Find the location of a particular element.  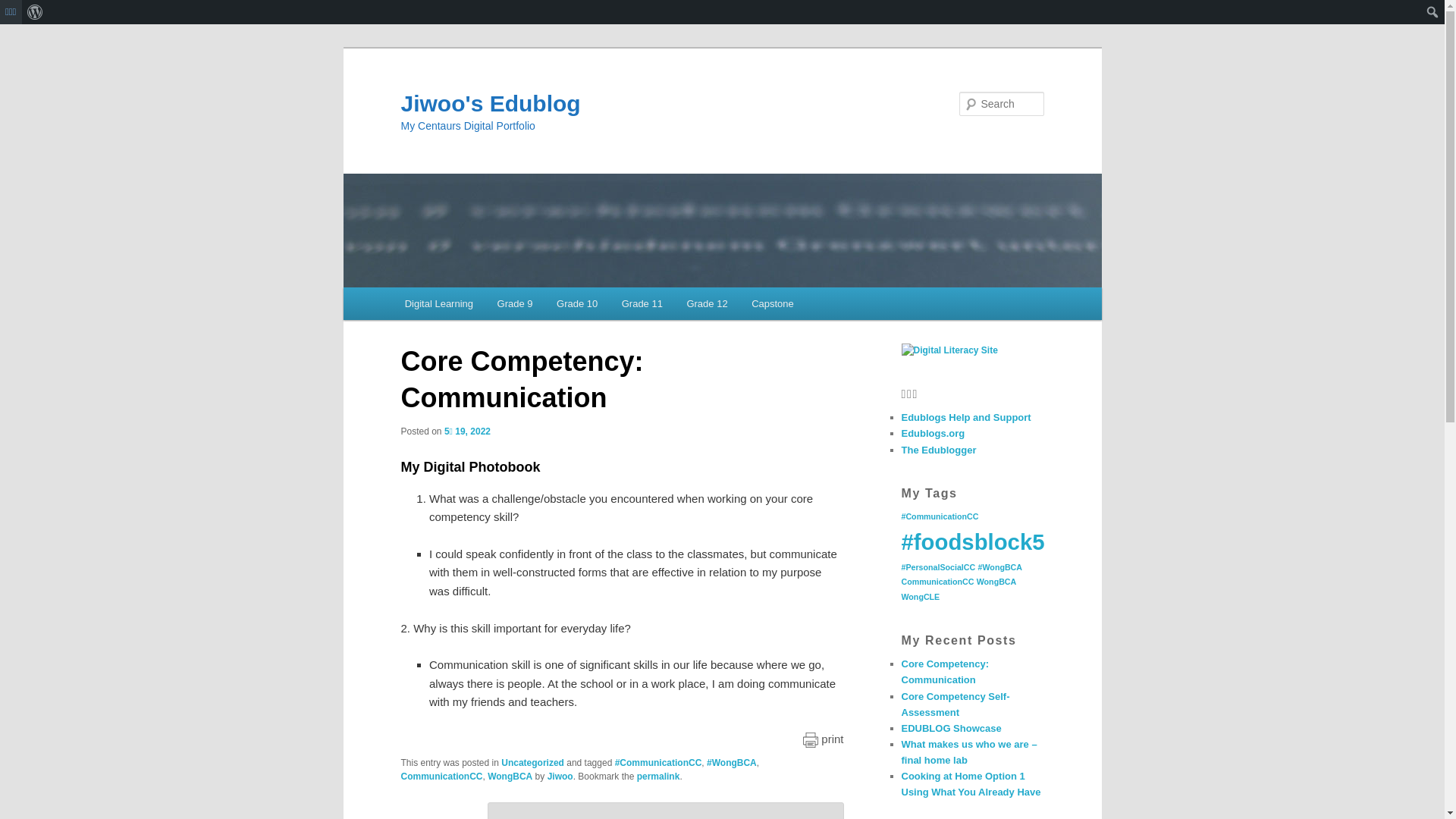

'permalink' is located at coordinates (658, 776).